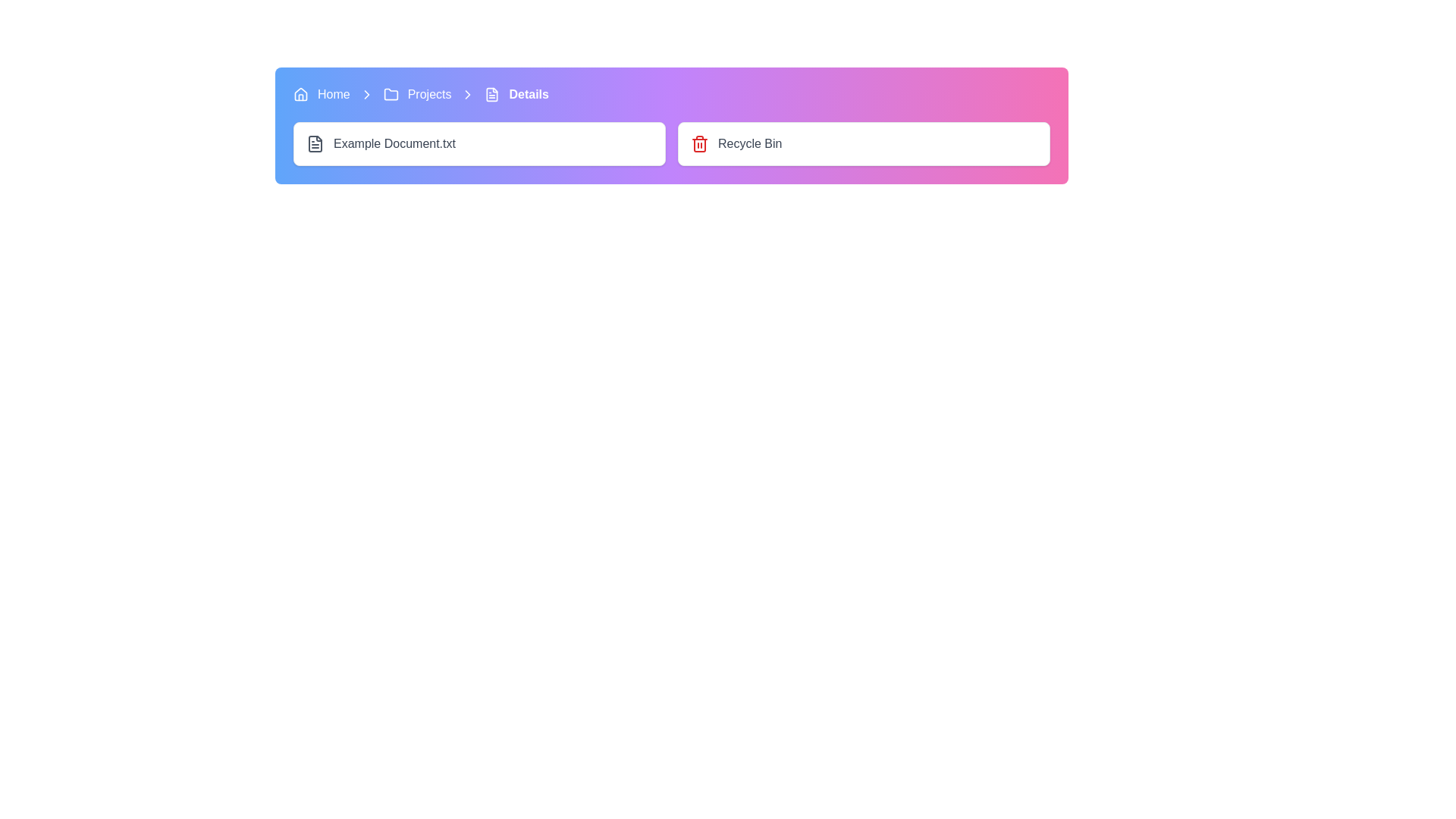 The image size is (1456, 819). Describe the element at coordinates (315, 143) in the screenshot. I see `the SVG icon representing a file or document located immediately before the text label 'Example Document.txt' to initiate a file-related action` at that location.